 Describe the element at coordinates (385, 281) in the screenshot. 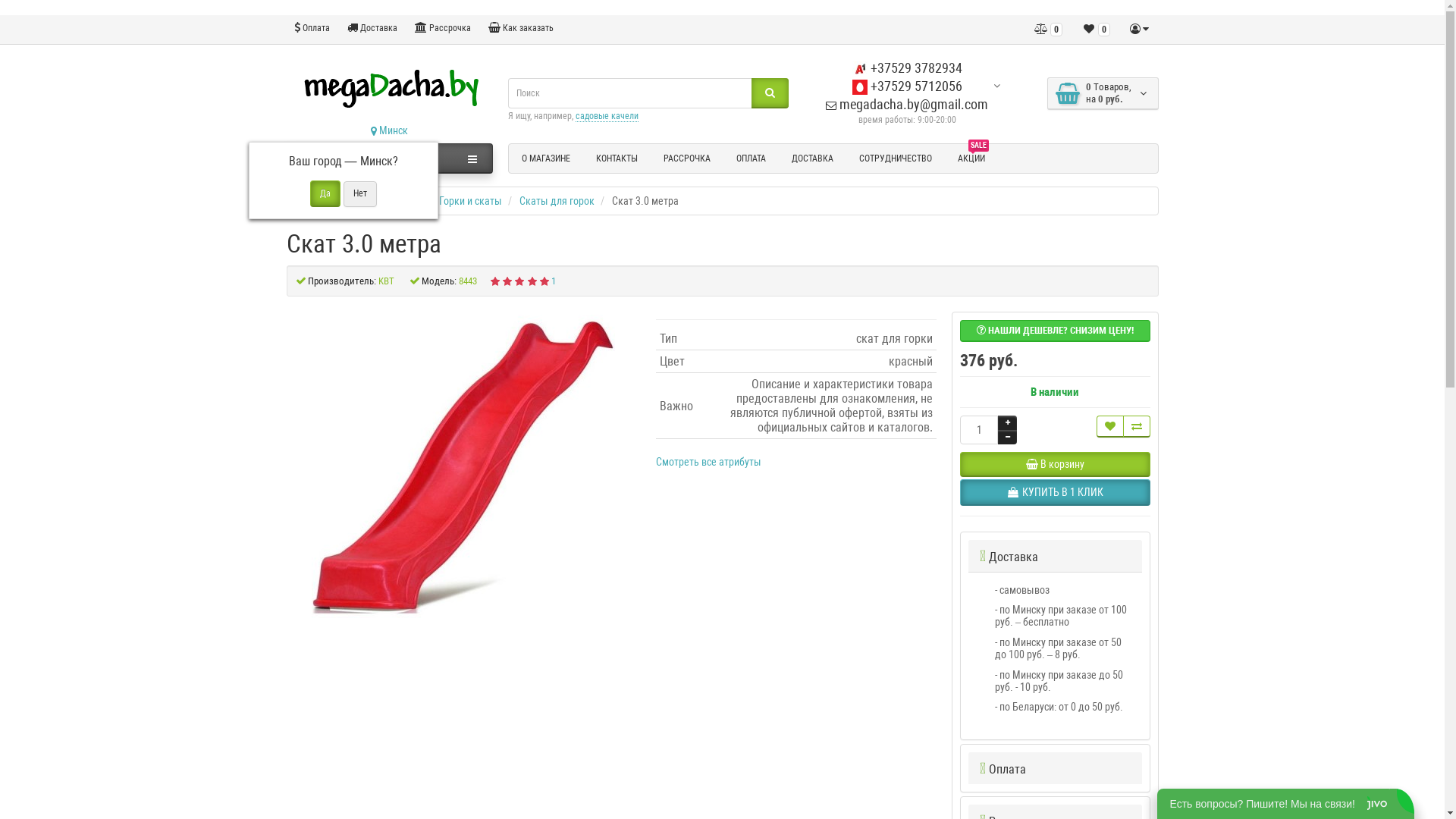

I see `'KBT'` at that location.